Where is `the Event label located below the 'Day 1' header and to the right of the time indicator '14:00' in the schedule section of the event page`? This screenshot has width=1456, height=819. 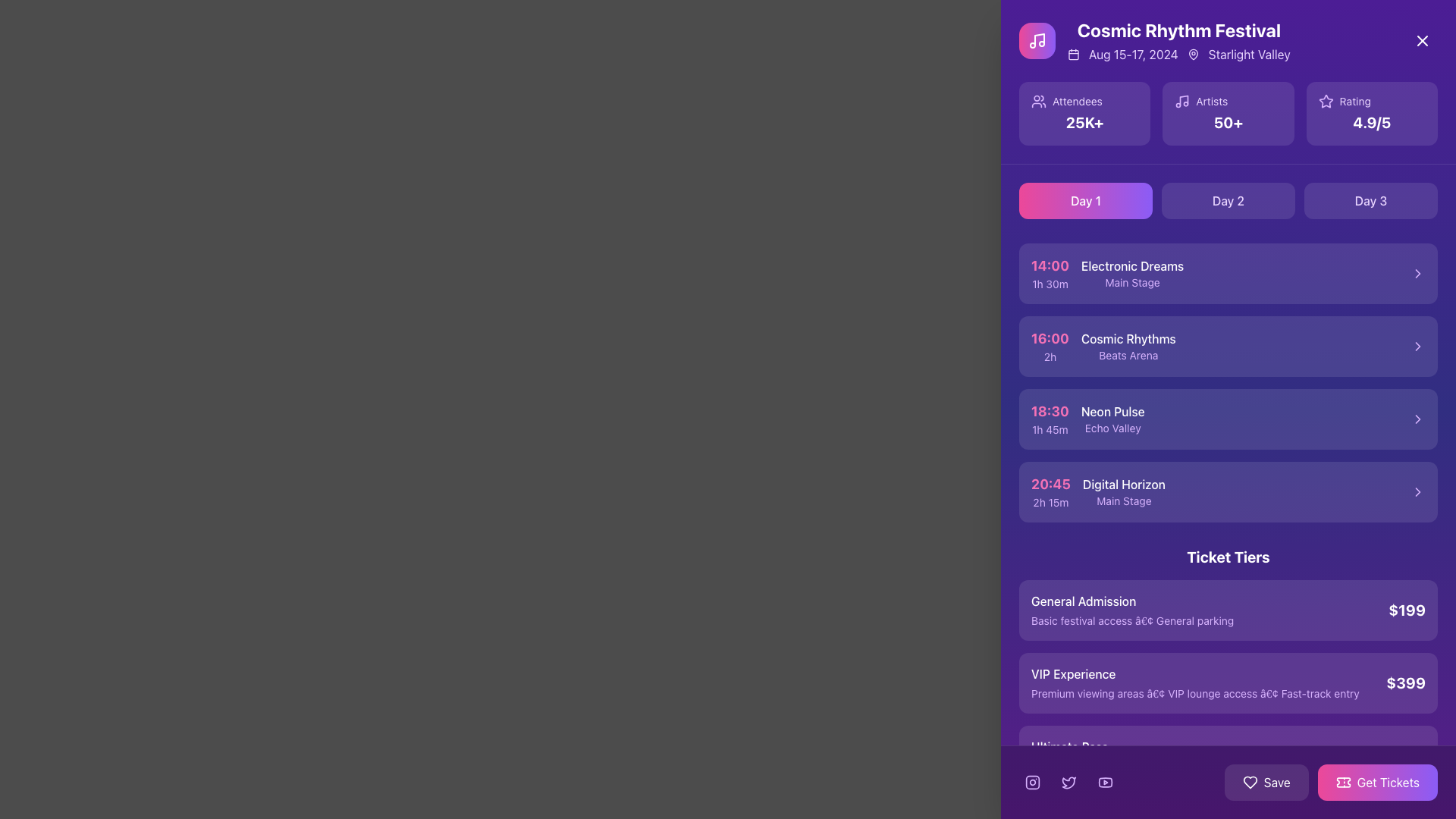 the Event label located below the 'Day 1' header and to the right of the time indicator '14:00' in the schedule section of the event page is located at coordinates (1132, 274).